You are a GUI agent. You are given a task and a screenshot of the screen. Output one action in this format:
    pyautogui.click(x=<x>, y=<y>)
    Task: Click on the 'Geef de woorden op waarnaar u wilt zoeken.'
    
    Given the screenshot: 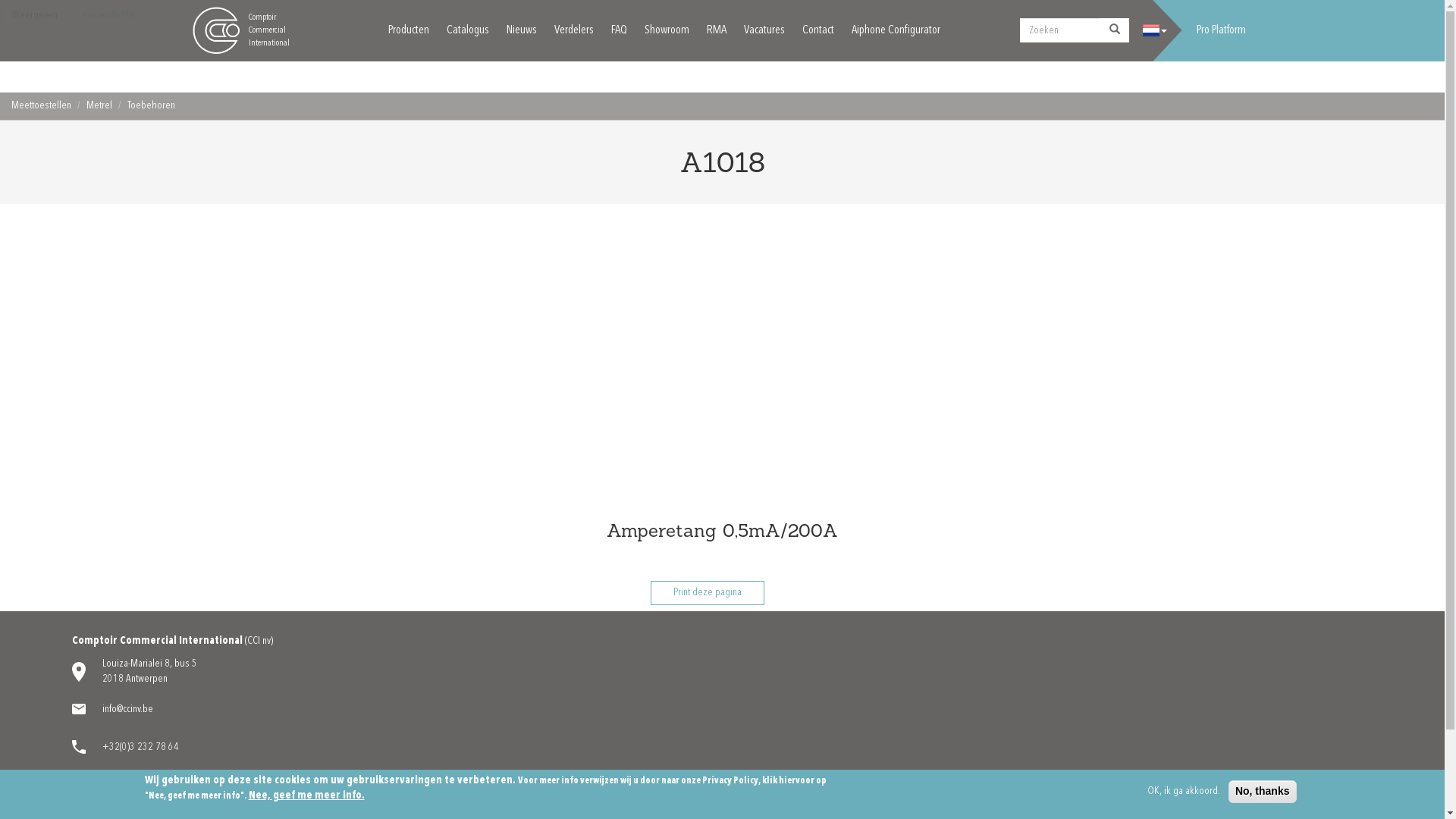 What is the action you would take?
    pyautogui.click(x=1019, y=30)
    